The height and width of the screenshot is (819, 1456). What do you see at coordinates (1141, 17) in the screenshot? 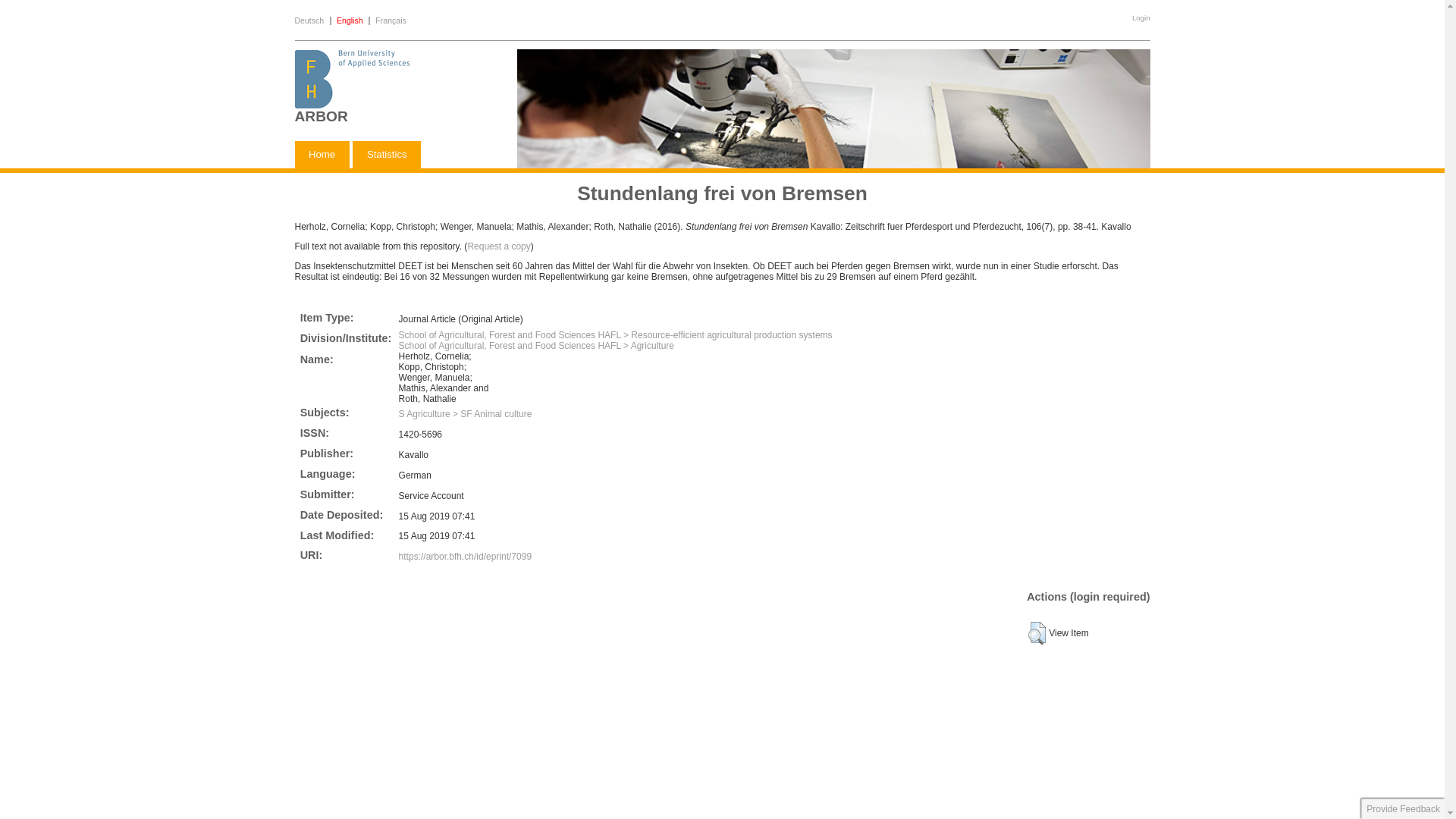
I see `'Login'` at bounding box center [1141, 17].